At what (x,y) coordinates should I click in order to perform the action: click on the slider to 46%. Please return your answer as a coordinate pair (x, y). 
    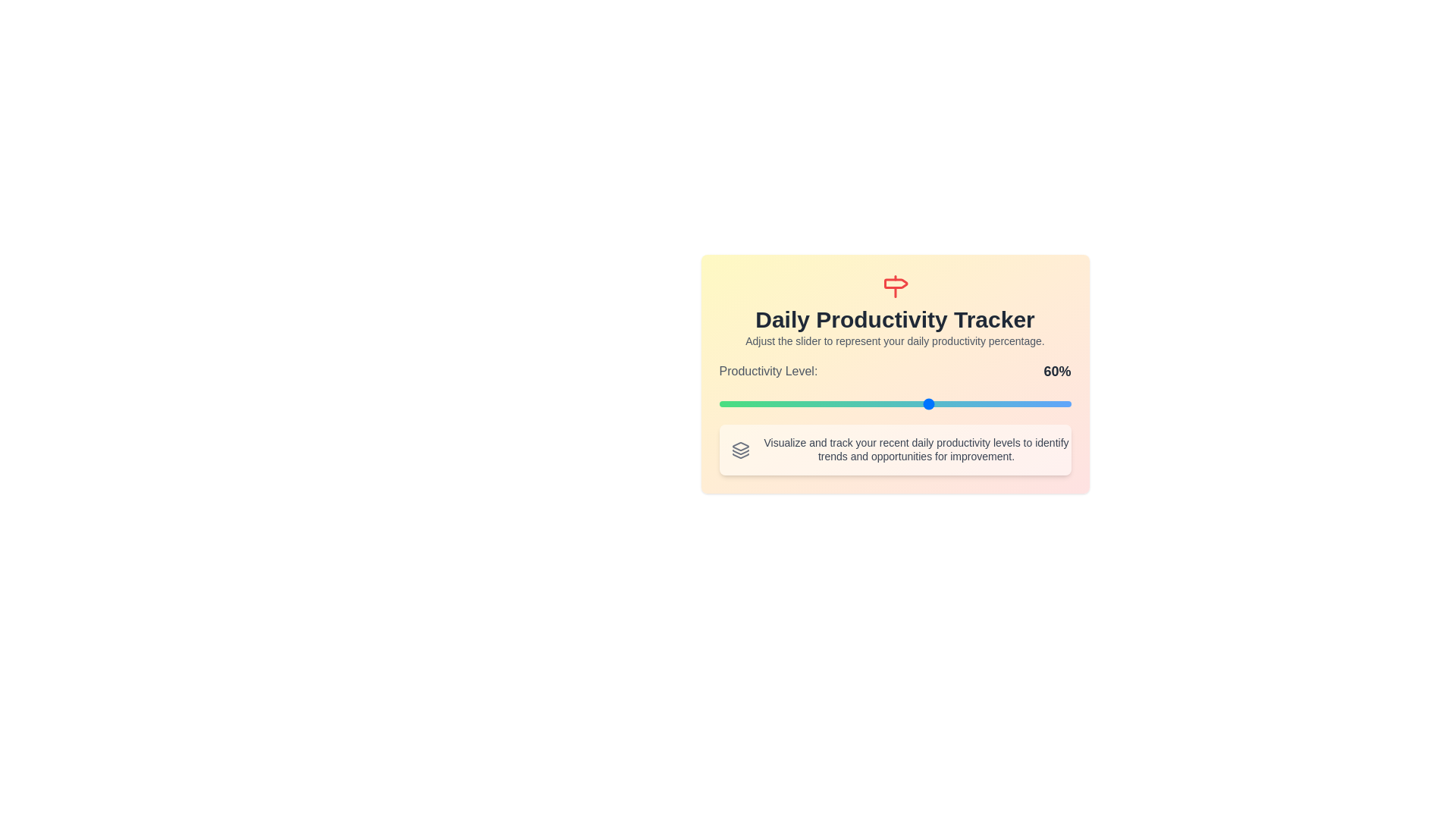
    Looking at the image, I should click on (880, 403).